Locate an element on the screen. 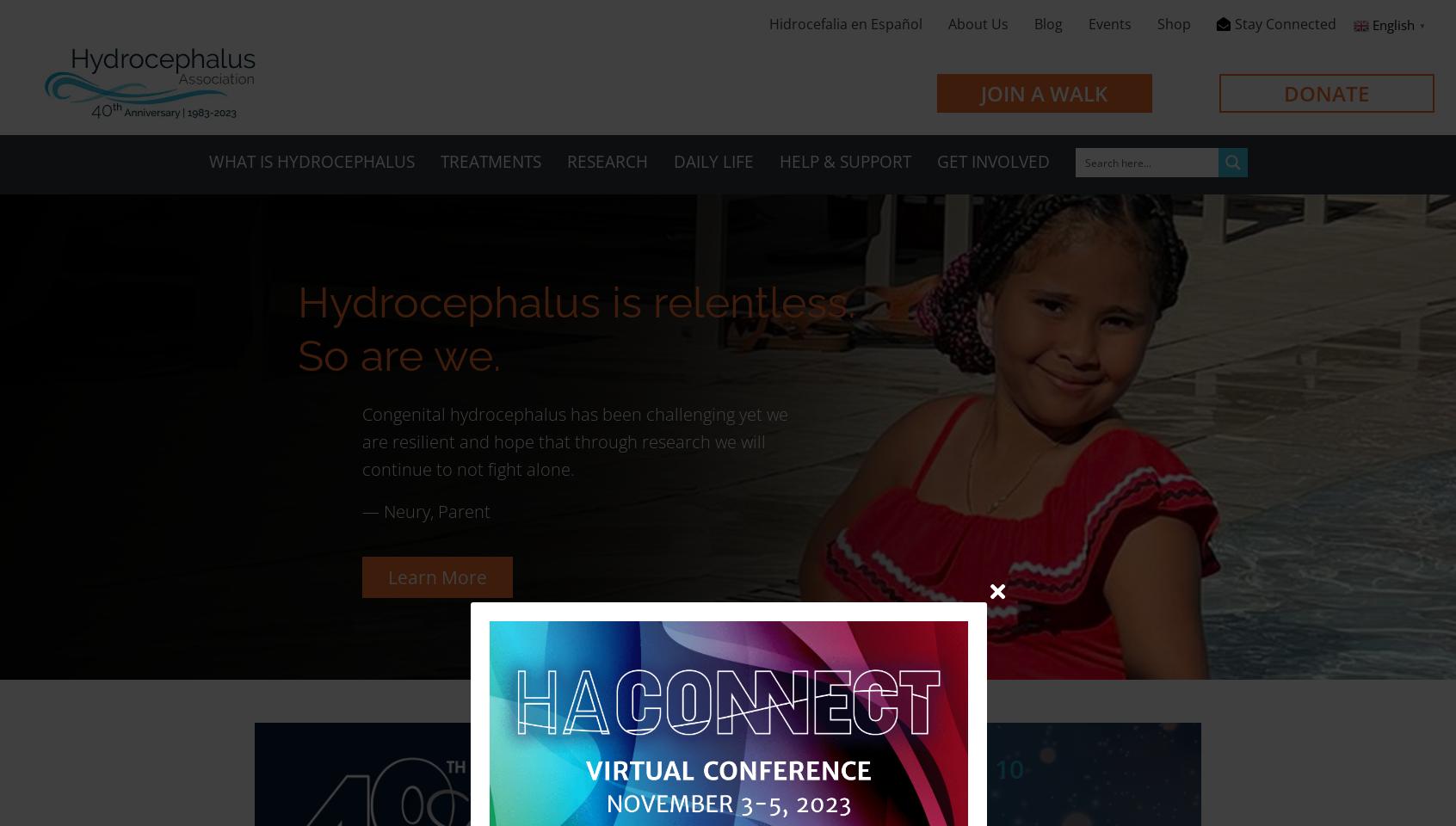  'Daily Life' is located at coordinates (713, 161).